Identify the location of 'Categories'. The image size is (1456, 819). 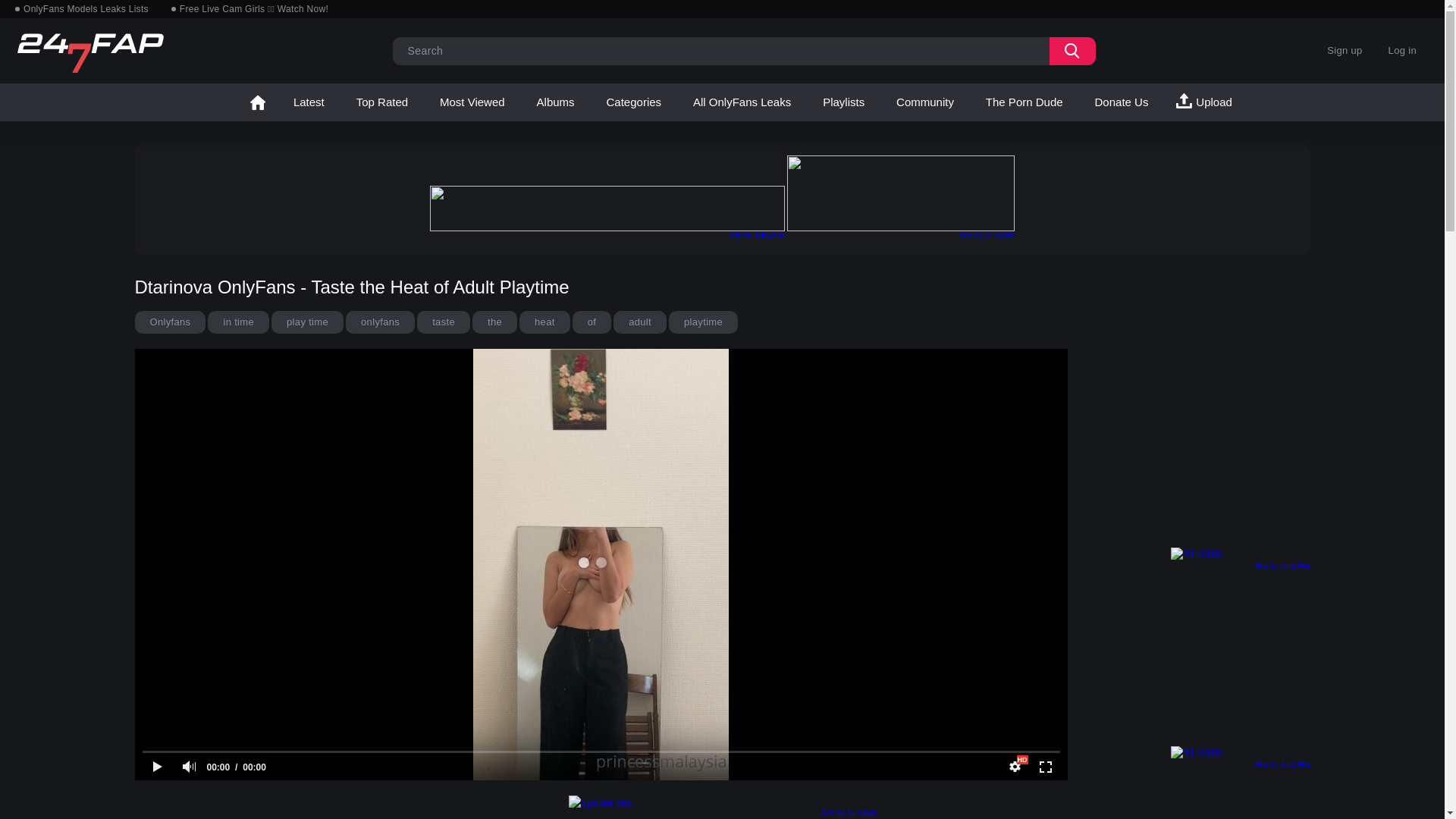
(590, 102).